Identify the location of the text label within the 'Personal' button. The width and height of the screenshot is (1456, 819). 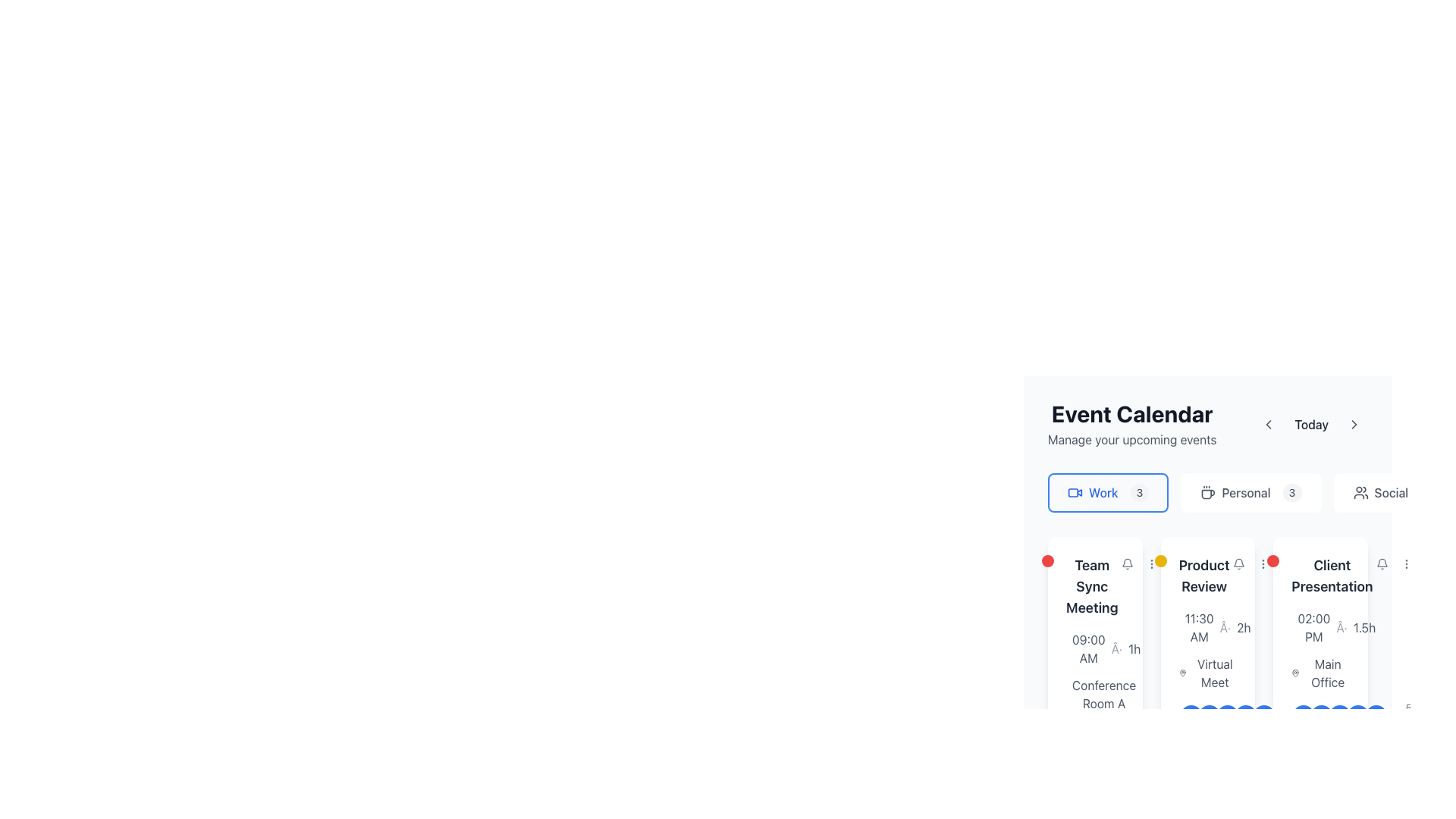
(1246, 493).